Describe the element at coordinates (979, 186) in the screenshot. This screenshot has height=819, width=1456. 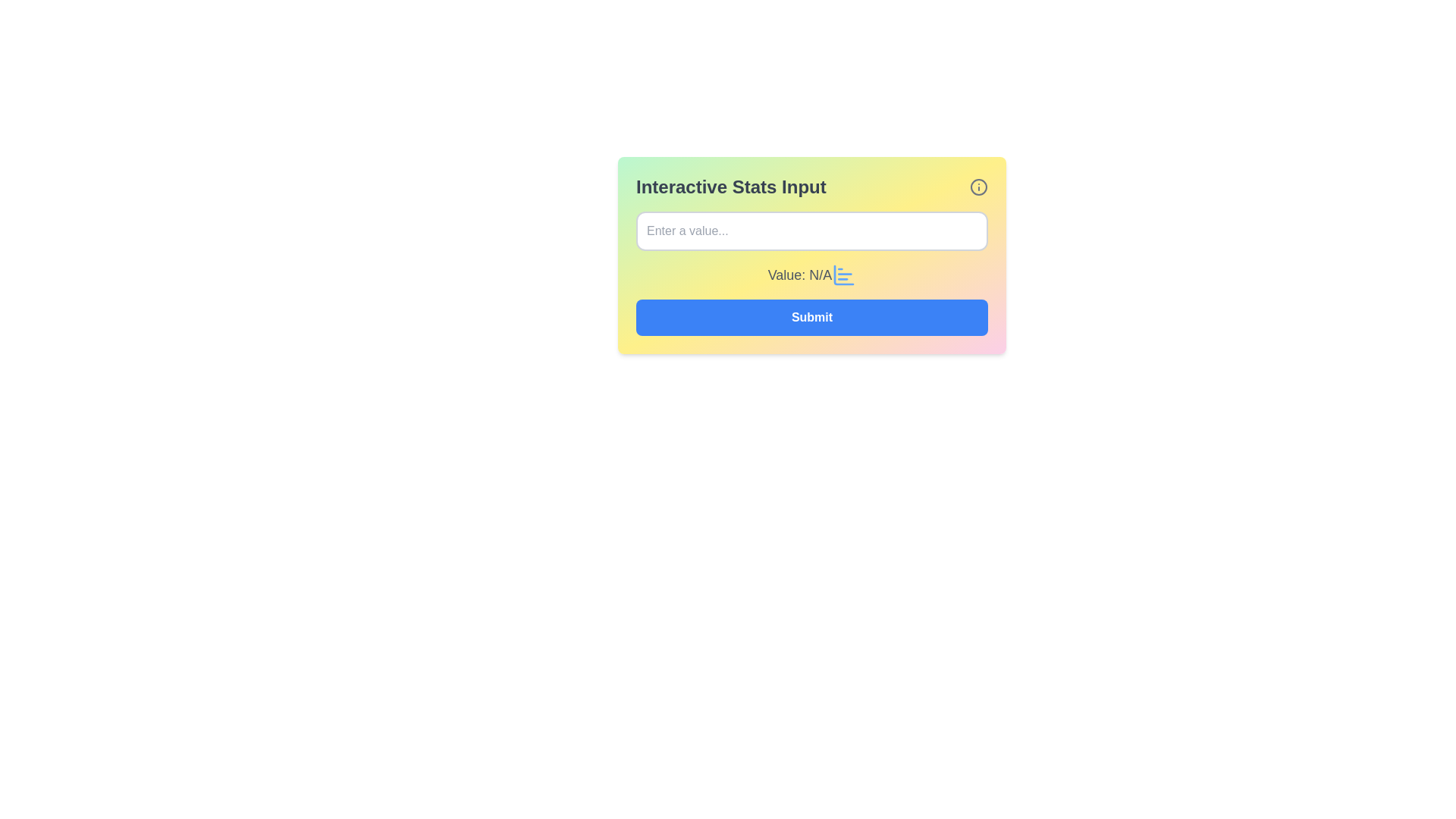
I see `the Informational Icon located to the far right of the 'Interactive Stats Input' section` at that location.